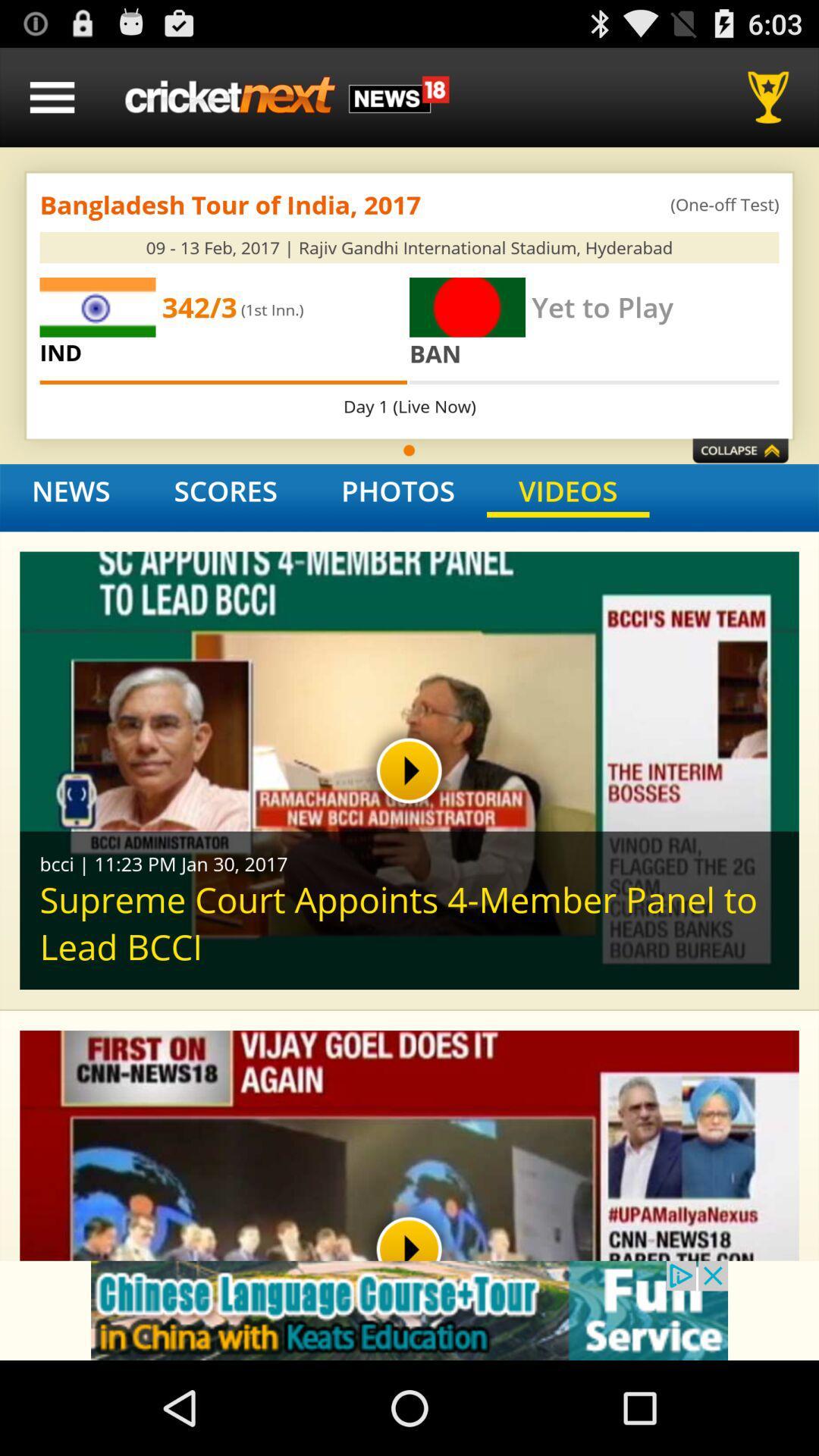  What do you see at coordinates (409, 1310) in the screenshot?
I see `advertisement` at bounding box center [409, 1310].